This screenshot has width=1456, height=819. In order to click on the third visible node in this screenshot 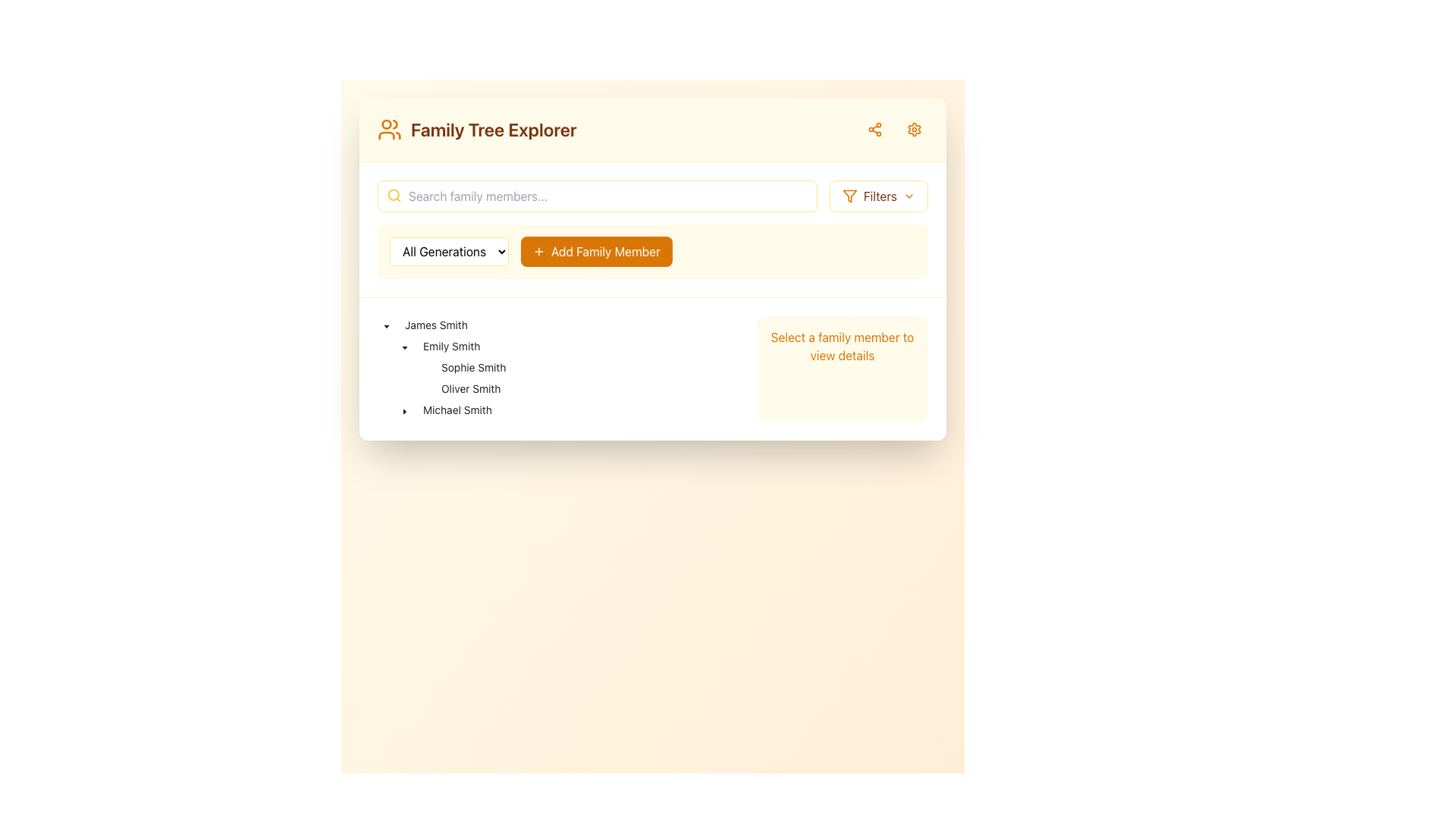, I will do `click(444, 368)`.